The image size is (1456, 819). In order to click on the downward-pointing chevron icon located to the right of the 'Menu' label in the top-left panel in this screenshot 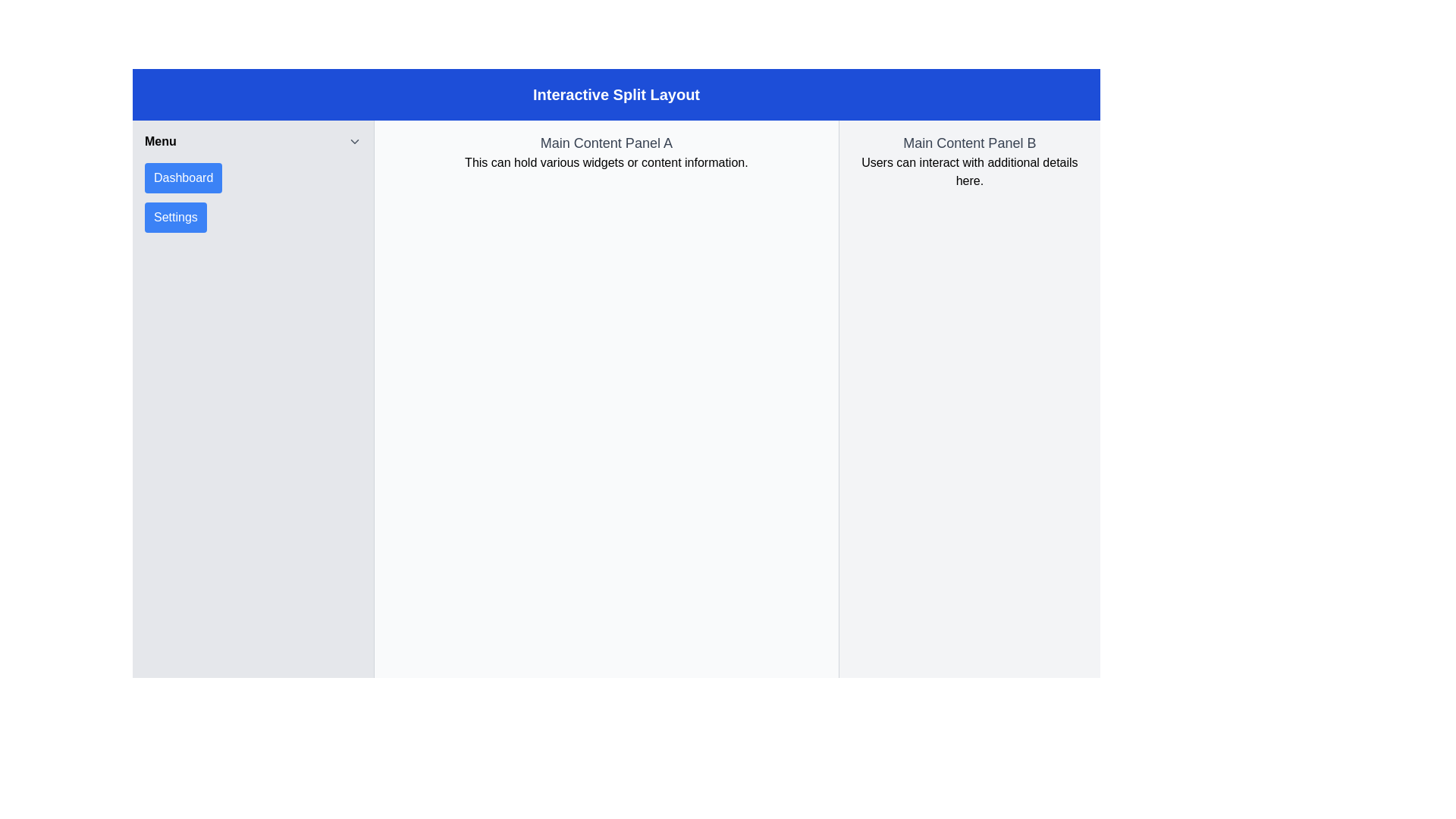, I will do `click(353, 141)`.